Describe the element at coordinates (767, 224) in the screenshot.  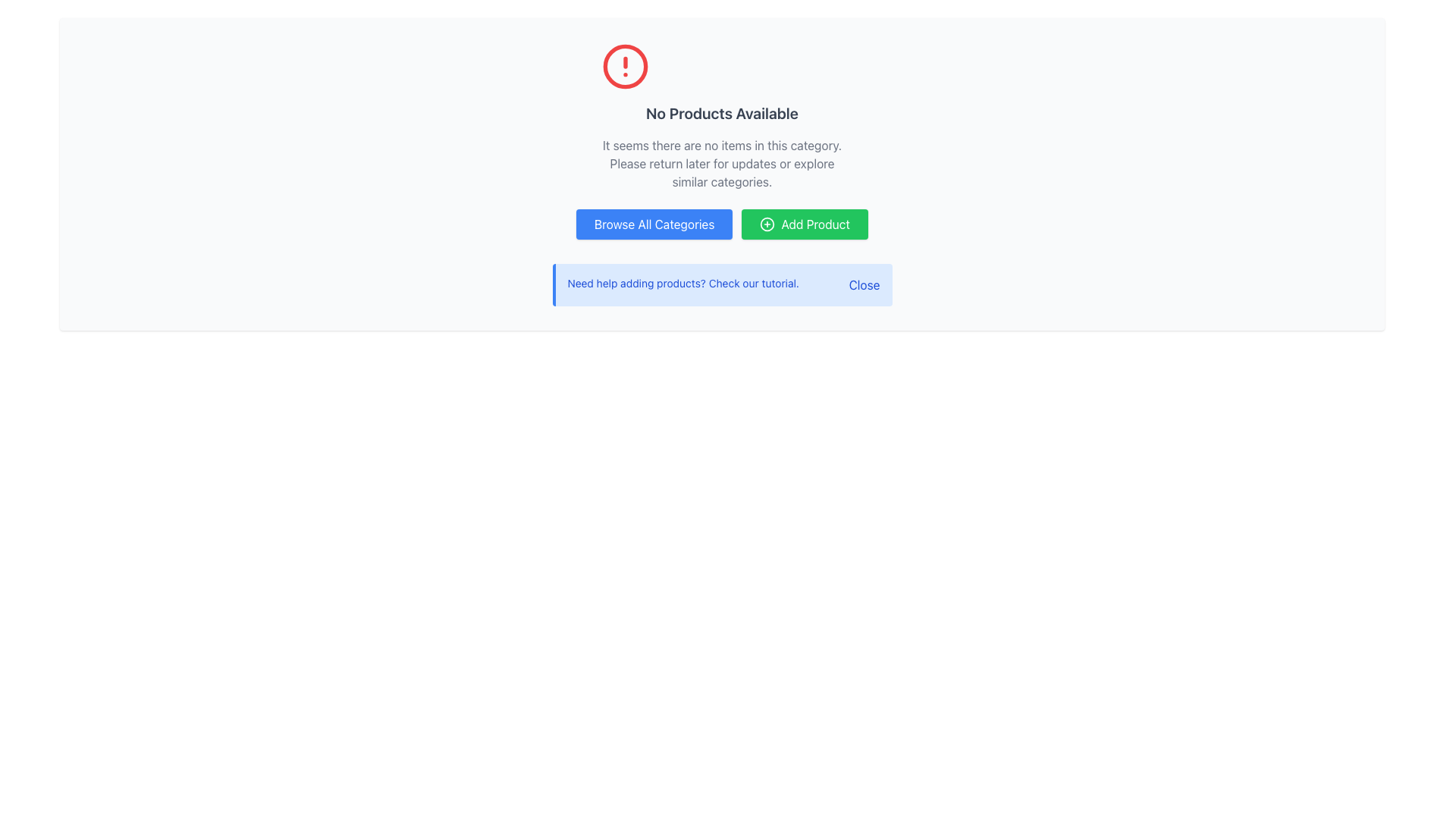
I see `the 'Add Product' icon located to the right of the 'Browse All Categories' blue button, beneath the 'No Products Available' text` at that location.